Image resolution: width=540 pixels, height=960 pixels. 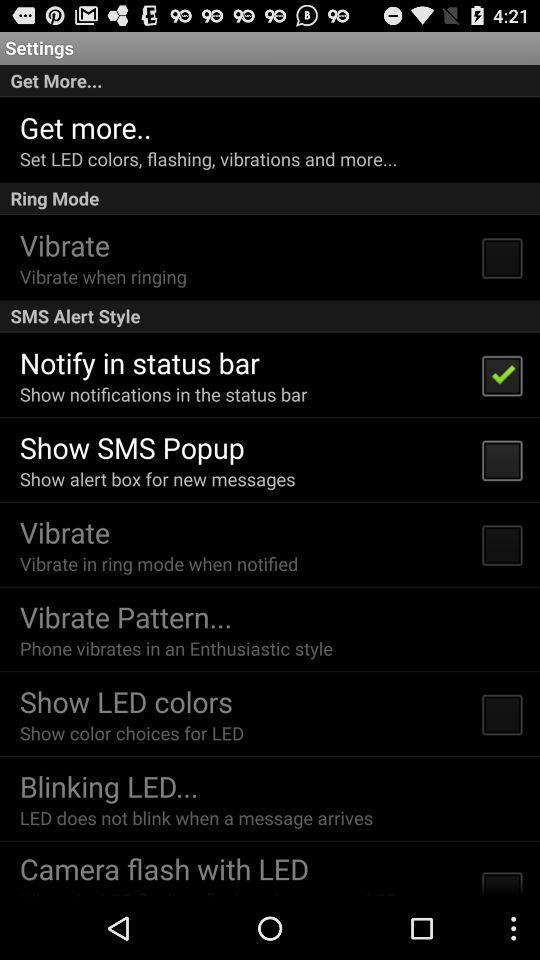 I want to click on vibrate in ring, so click(x=158, y=563).